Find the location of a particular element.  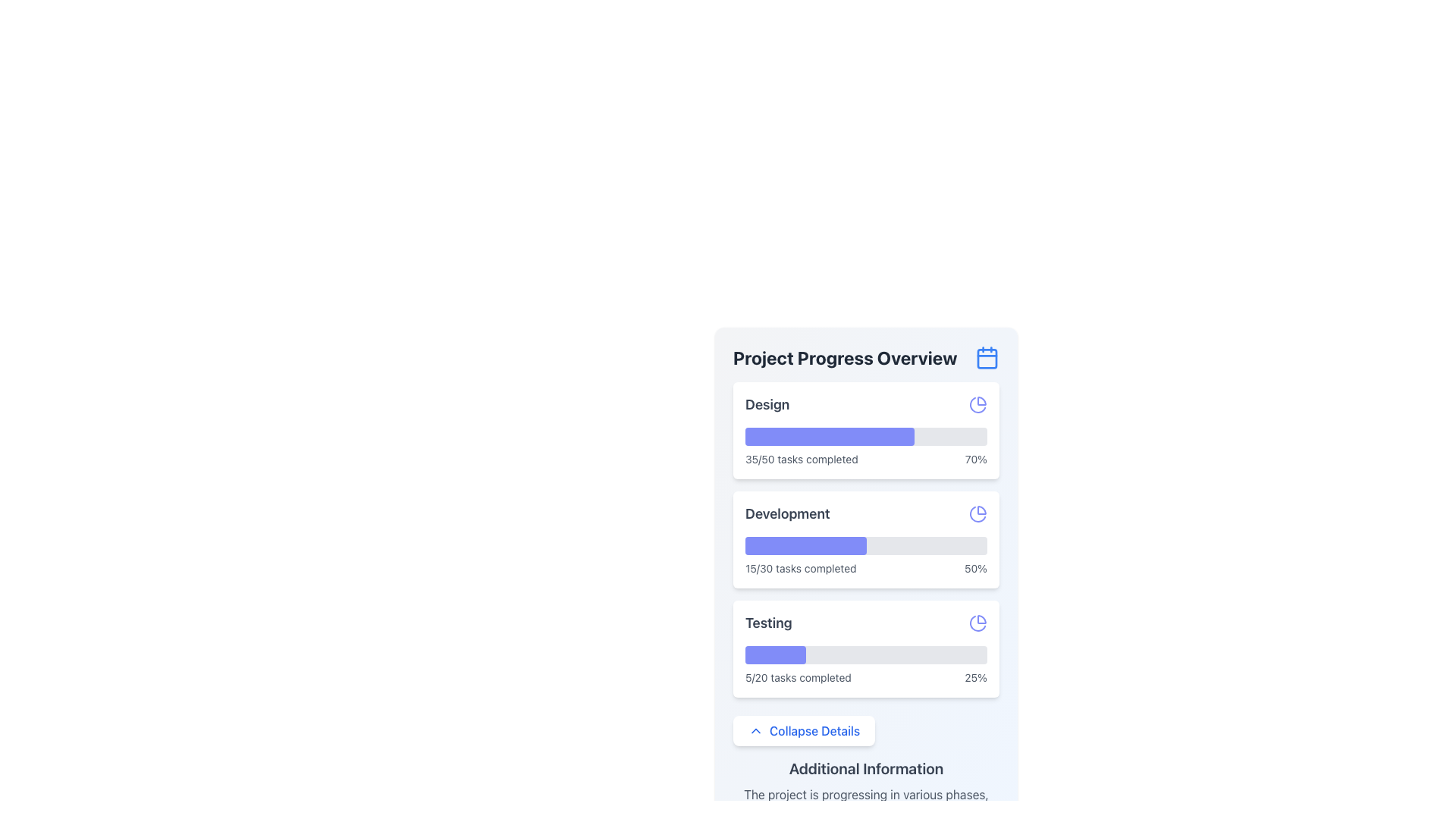

the Progress indicator representing 25% completion for the Testing phase of the project is located at coordinates (775, 654).